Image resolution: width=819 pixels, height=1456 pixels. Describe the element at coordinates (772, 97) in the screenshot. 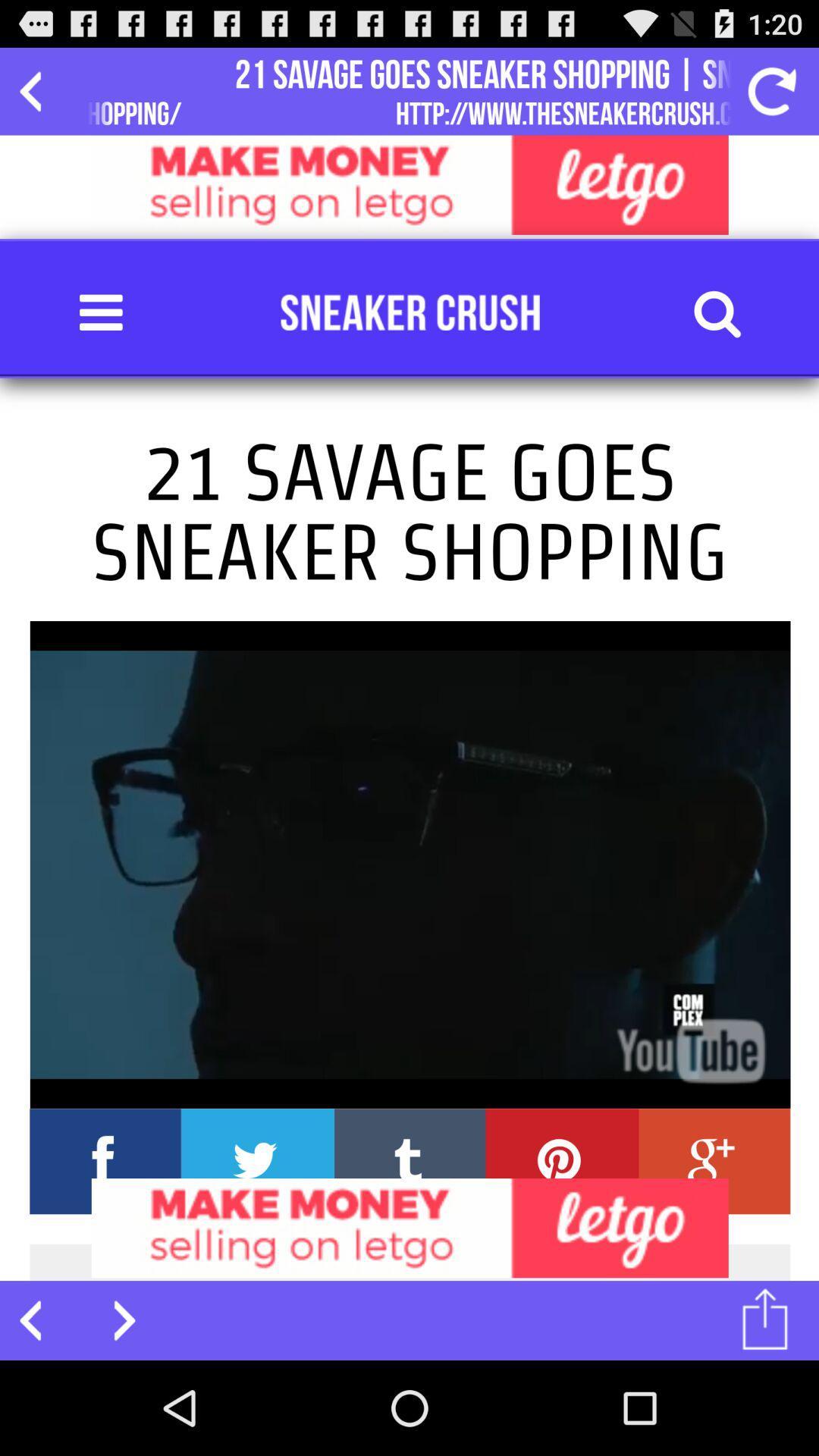

I see `the refresh icon` at that location.